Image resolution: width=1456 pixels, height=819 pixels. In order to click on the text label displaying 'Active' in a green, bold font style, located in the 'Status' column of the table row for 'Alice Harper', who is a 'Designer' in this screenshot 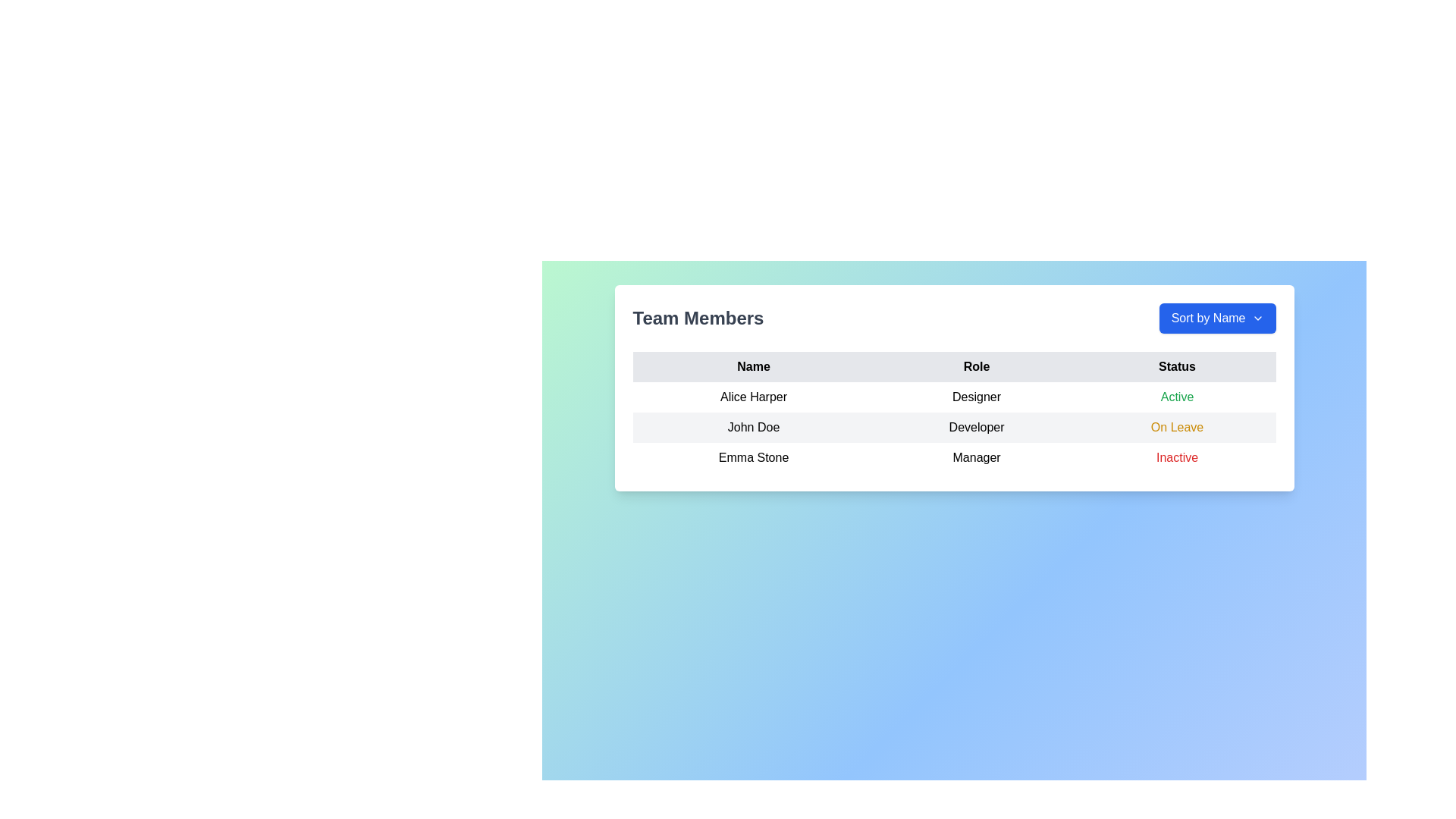, I will do `click(1176, 397)`.